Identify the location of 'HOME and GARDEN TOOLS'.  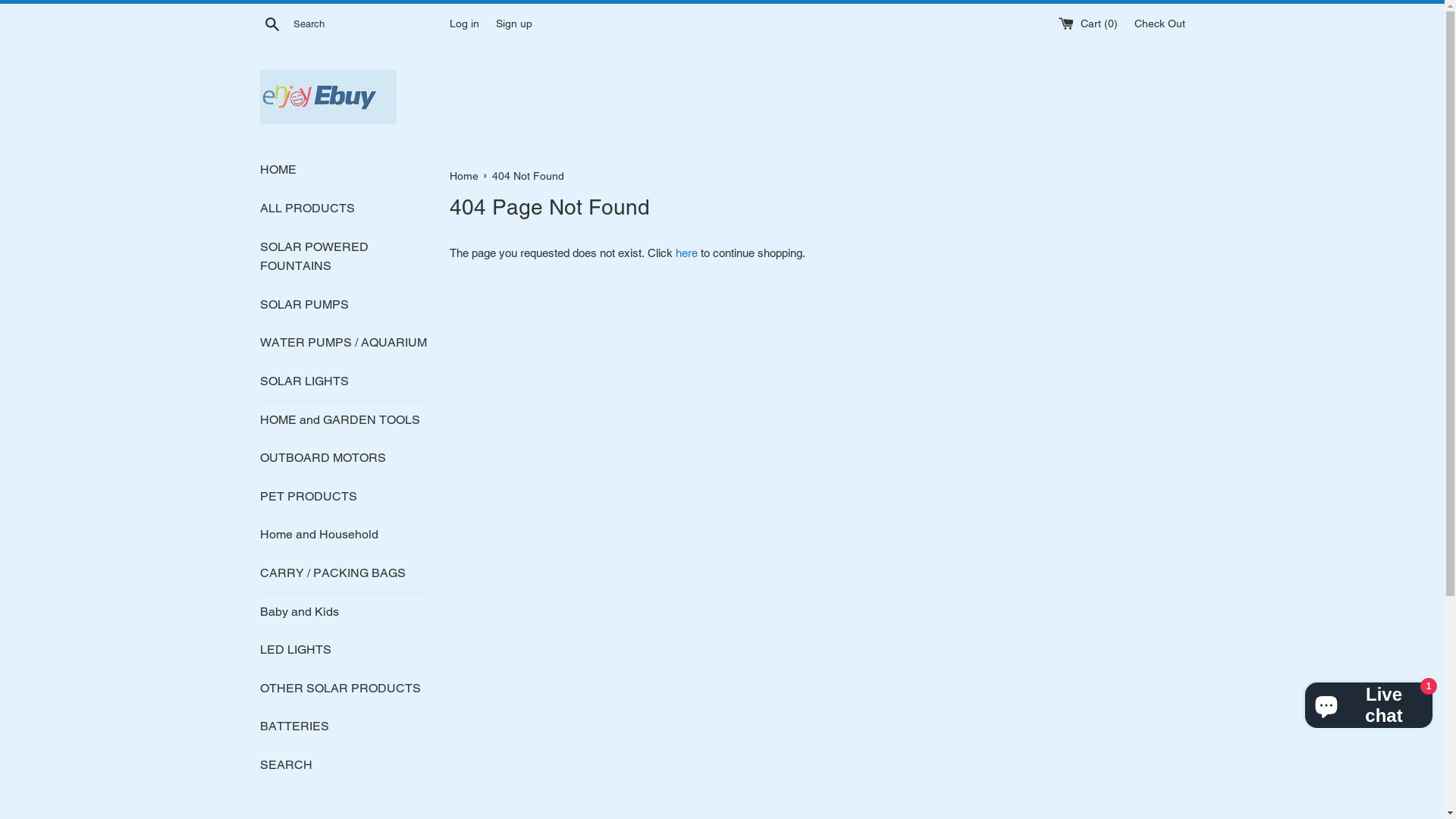
(341, 420).